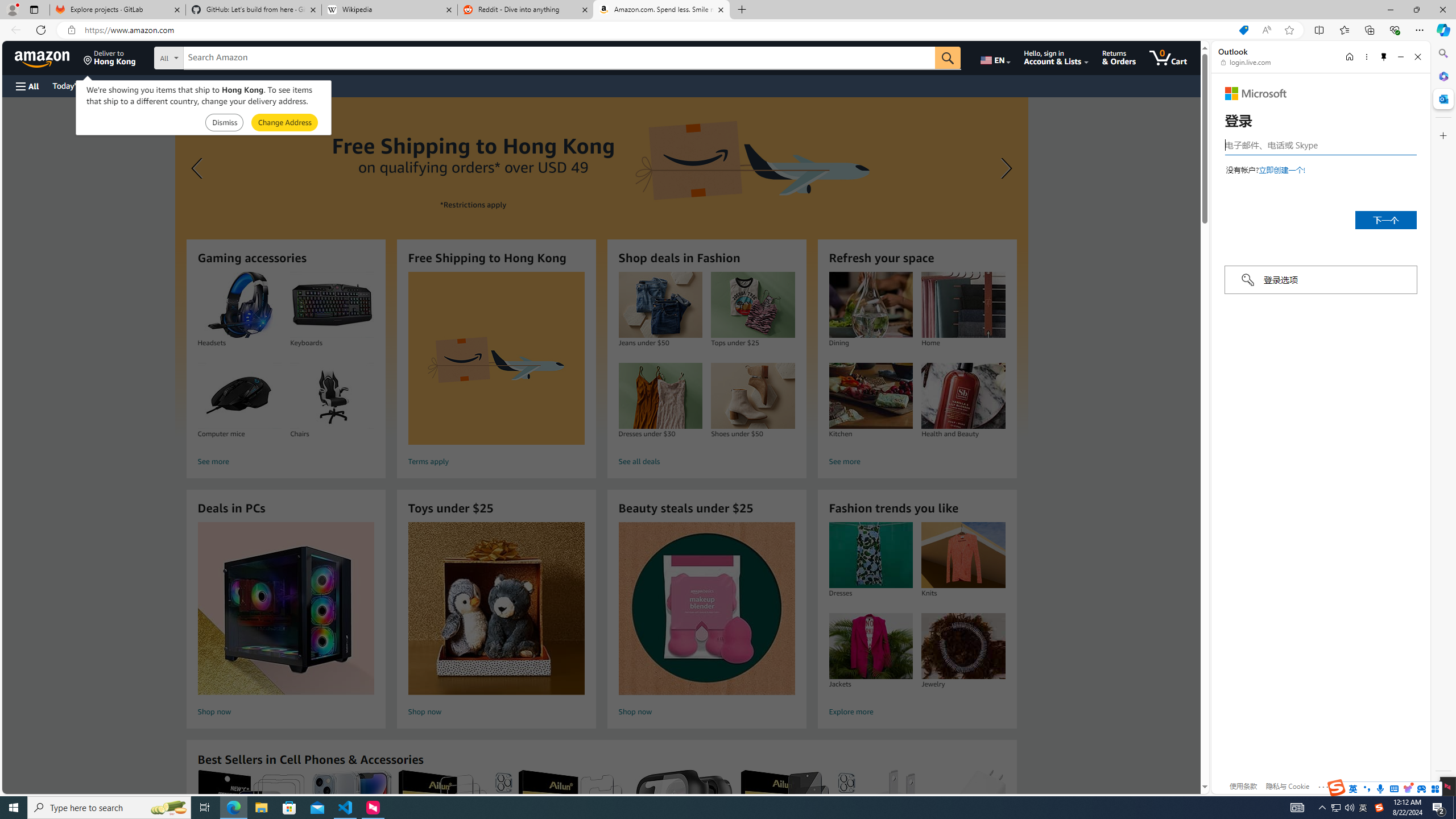  What do you see at coordinates (870, 555) in the screenshot?
I see `'Dresses'` at bounding box center [870, 555].